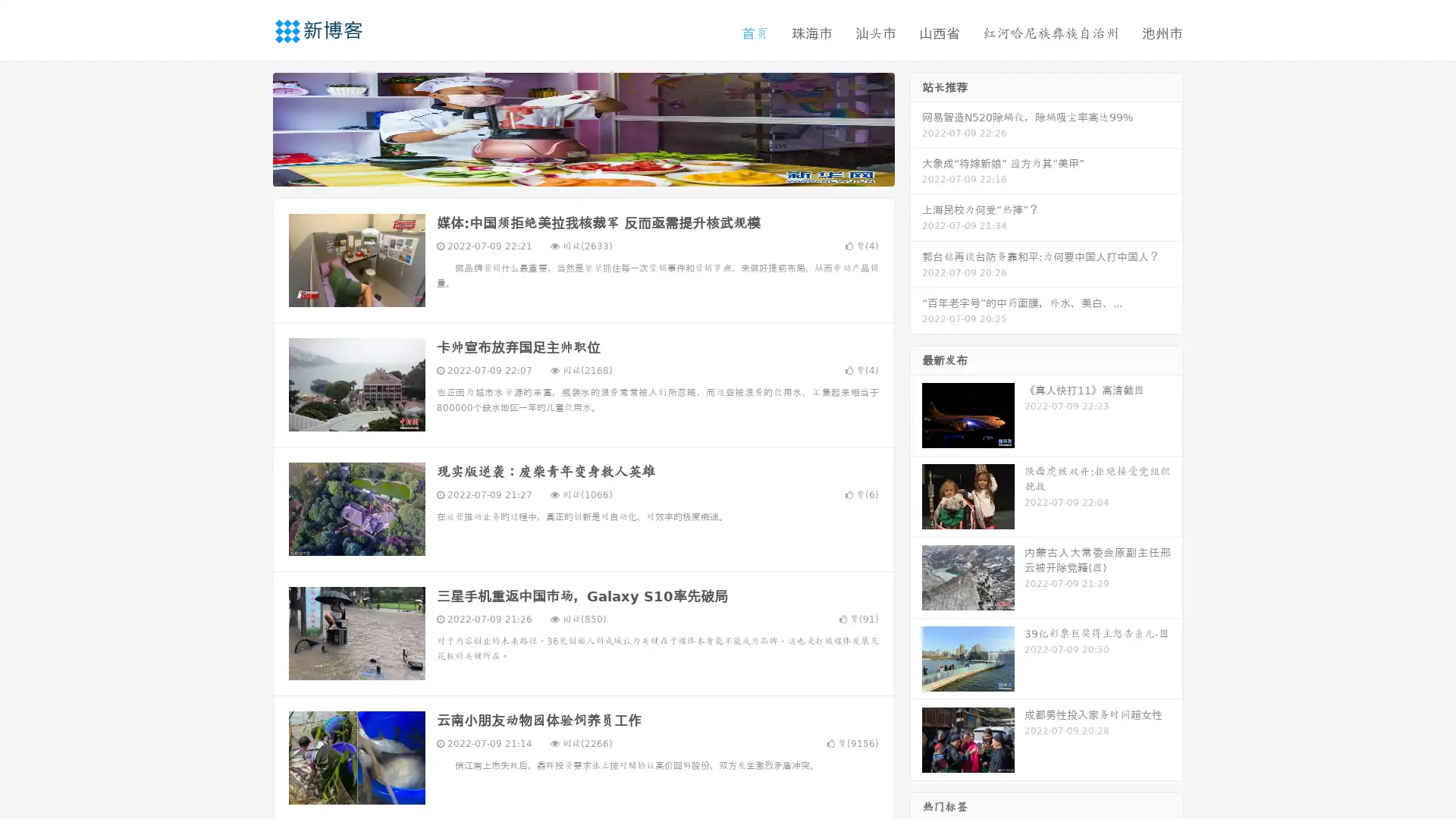 Image resolution: width=1456 pixels, height=819 pixels. What do you see at coordinates (598, 171) in the screenshot?
I see `Go to slide 3` at bounding box center [598, 171].